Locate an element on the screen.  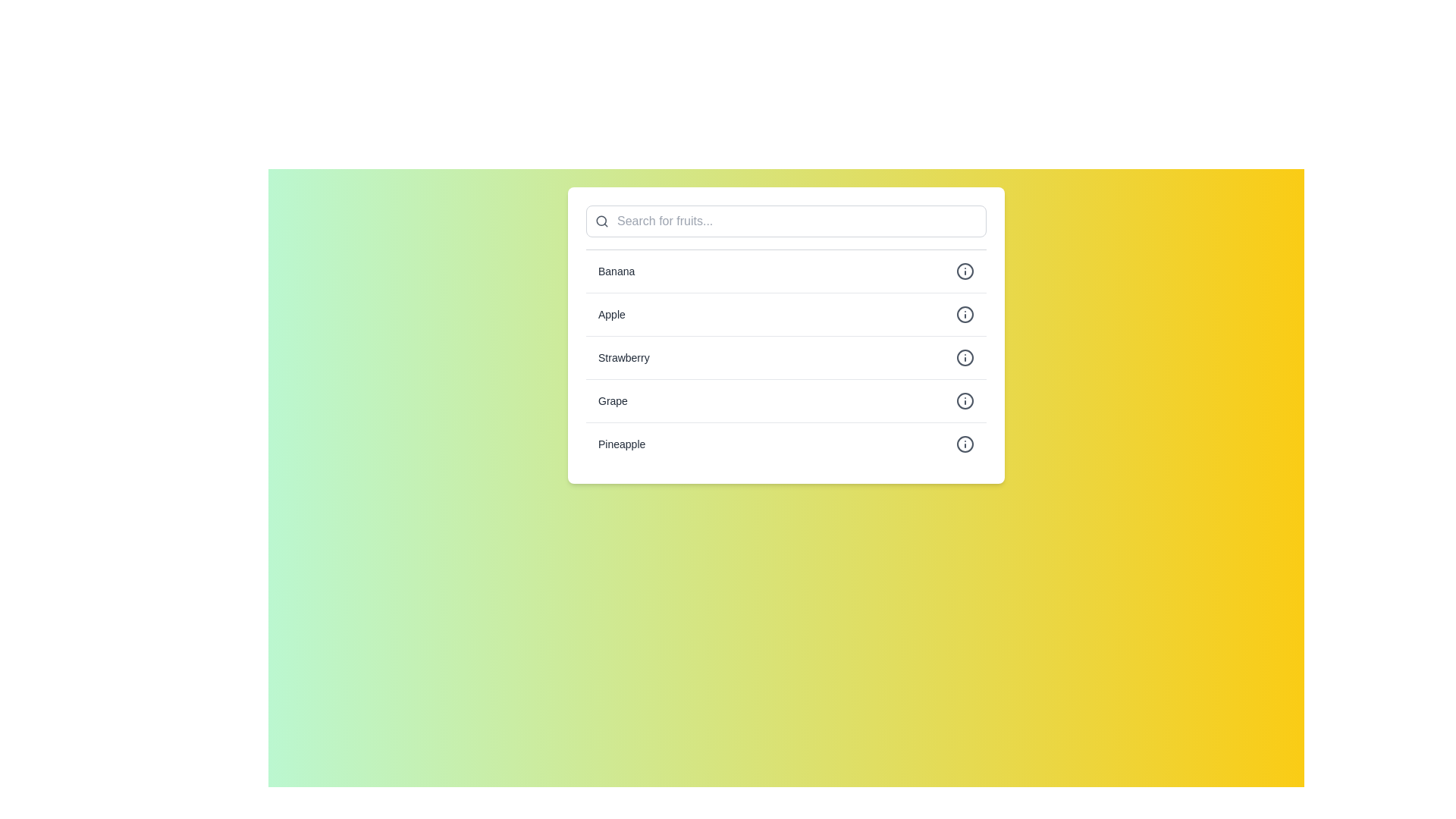
the second item in the dropdown menu labeled 'Apple' is located at coordinates (786, 312).